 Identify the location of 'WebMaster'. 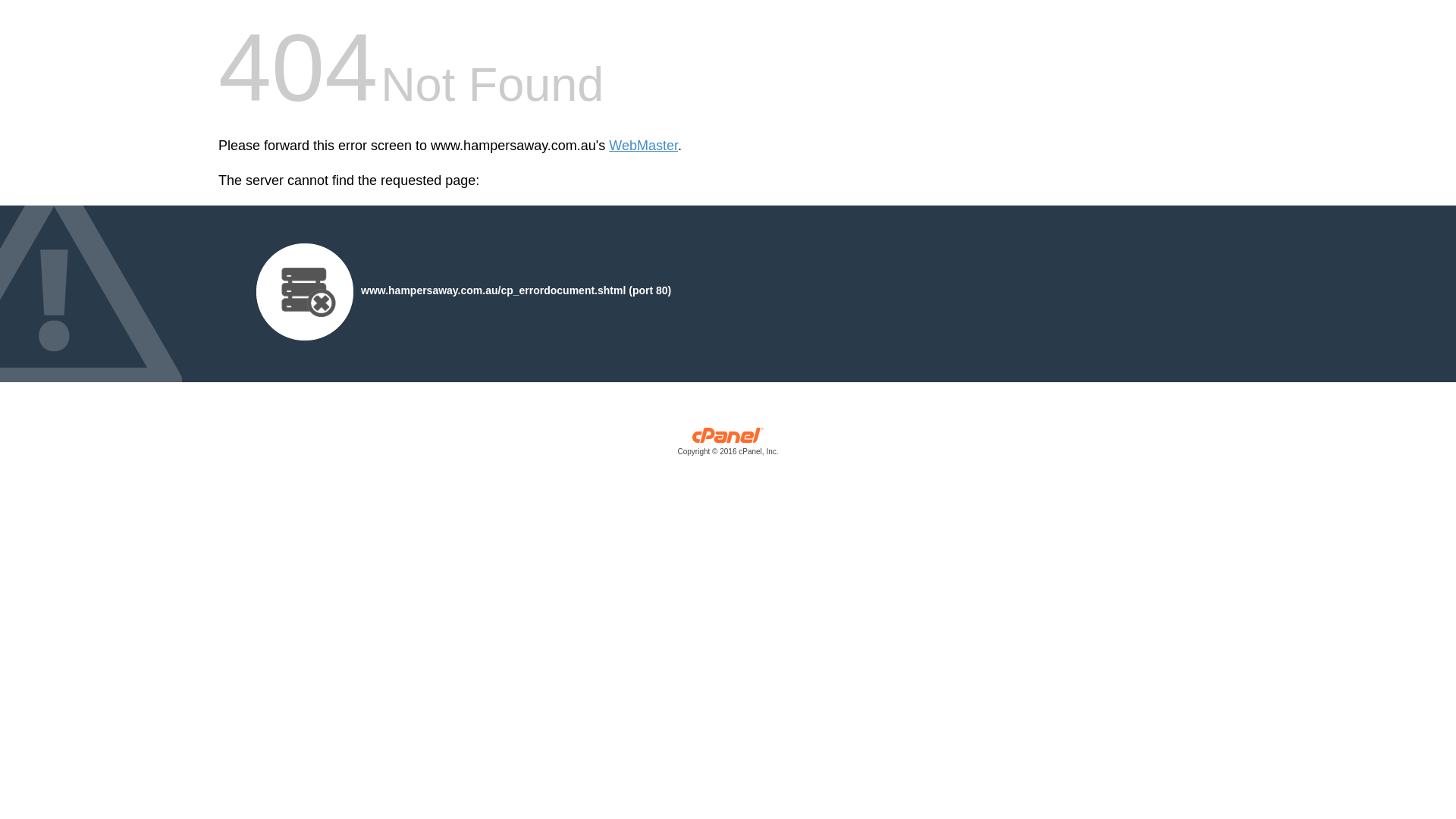
(608, 146).